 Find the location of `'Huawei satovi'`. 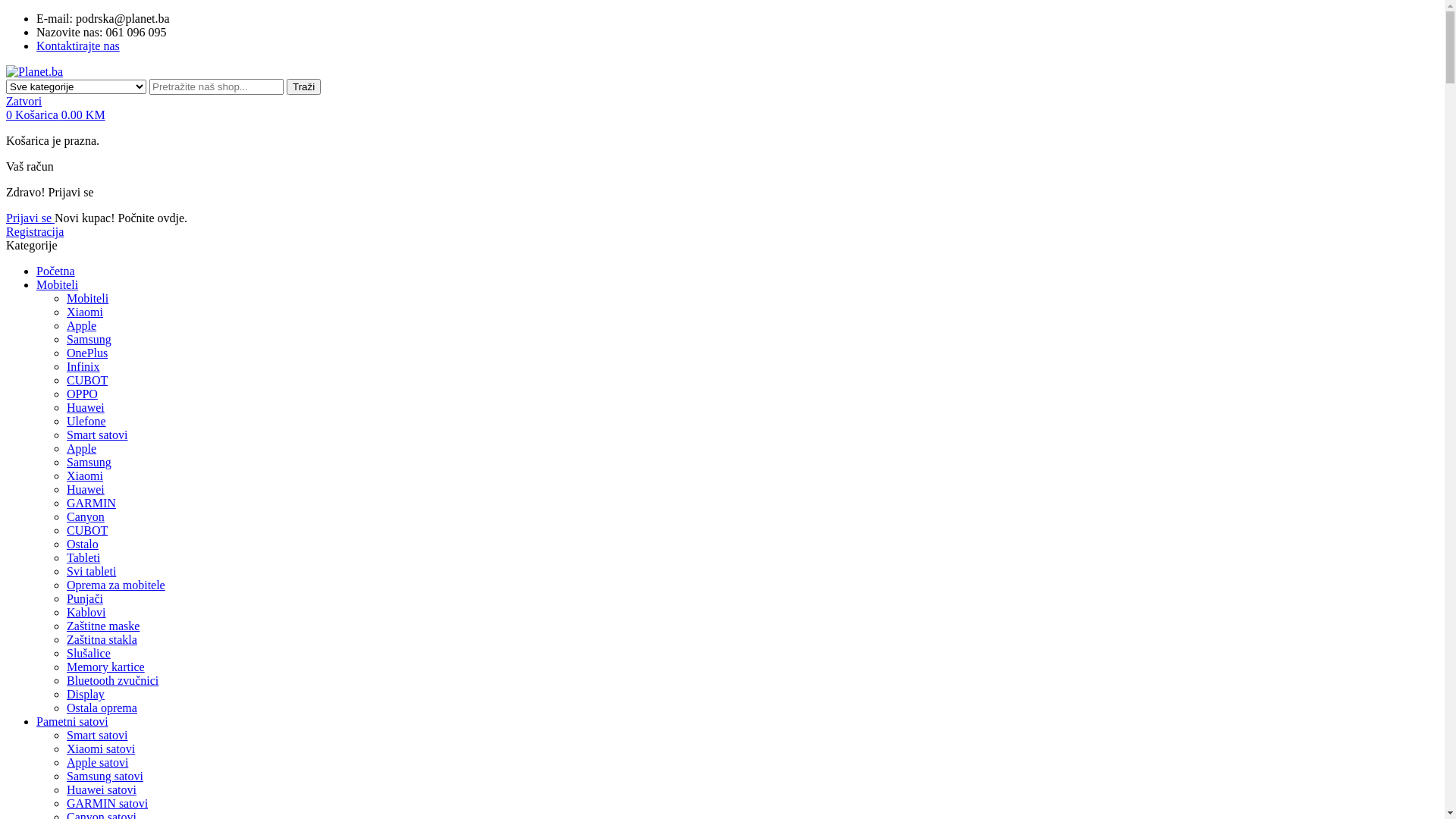

'Huawei satovi' is located at coordinates (101, 789).